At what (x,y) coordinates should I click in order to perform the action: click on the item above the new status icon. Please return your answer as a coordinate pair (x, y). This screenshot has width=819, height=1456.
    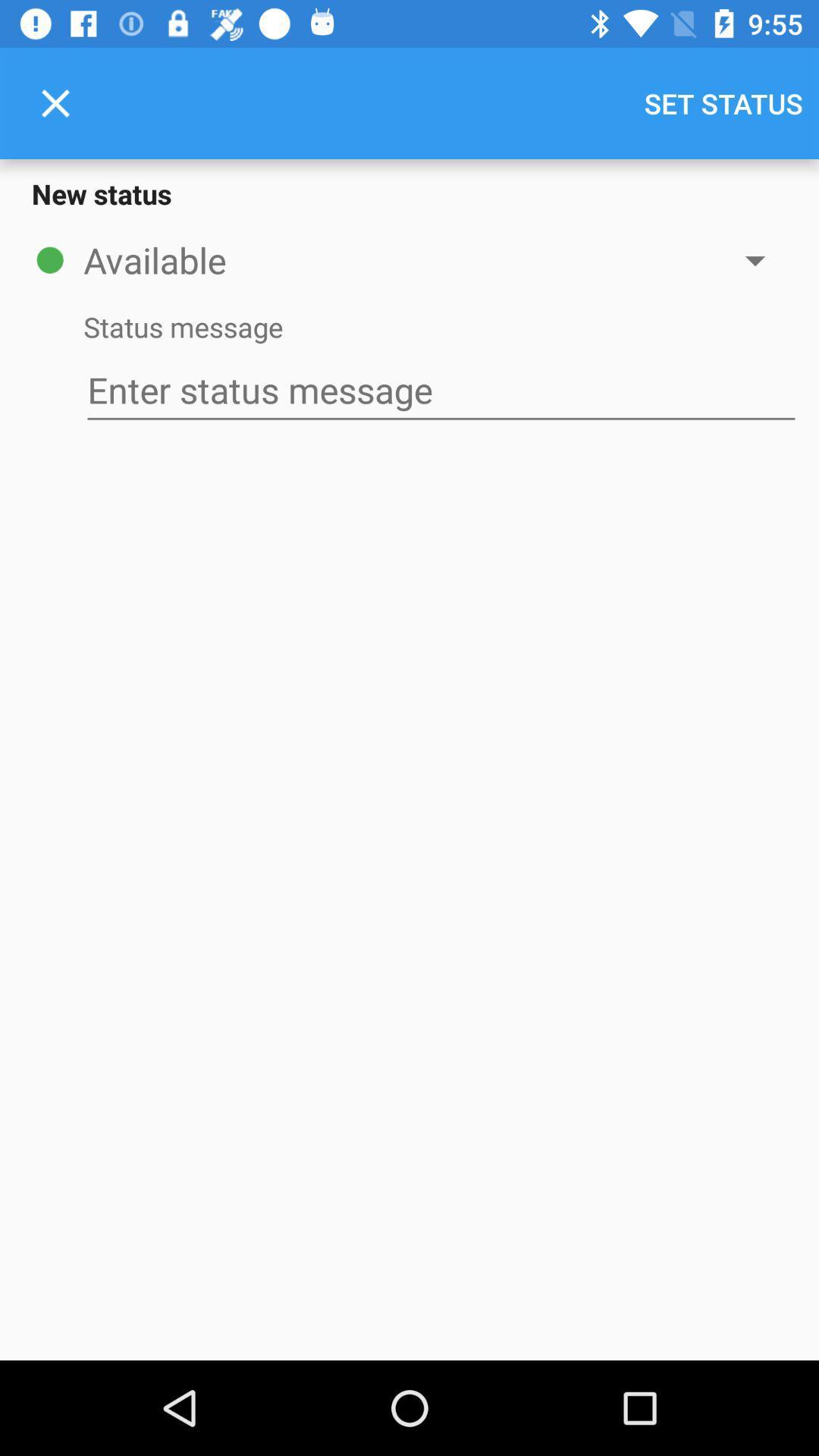
    Looking at the image, I should click on (723, 102).